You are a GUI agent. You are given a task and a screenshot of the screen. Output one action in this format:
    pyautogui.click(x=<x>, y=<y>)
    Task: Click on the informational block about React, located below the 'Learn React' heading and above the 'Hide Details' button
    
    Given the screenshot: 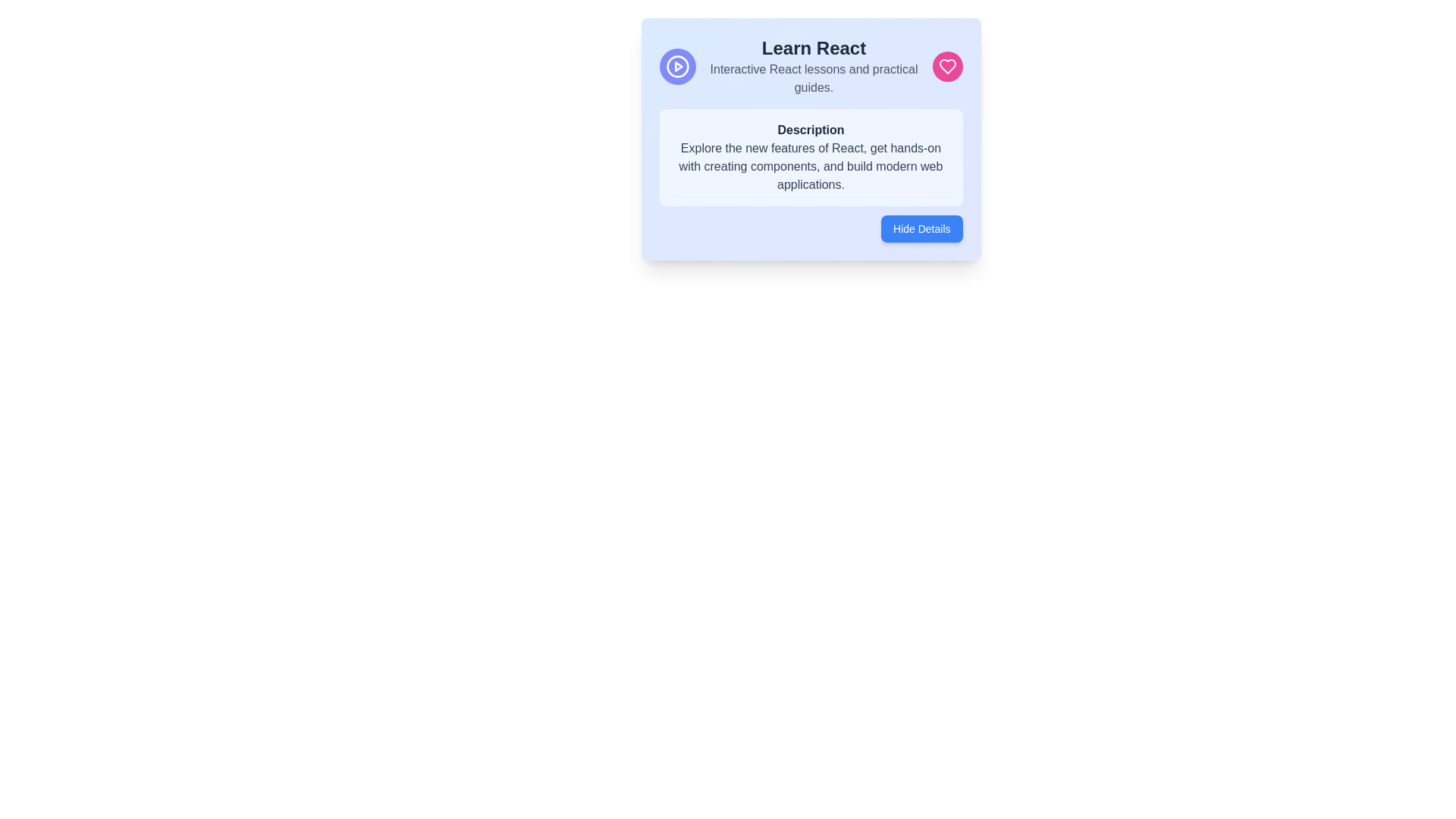 What is the action you would take?
    pyautogui.click(x=810, y=158)
    